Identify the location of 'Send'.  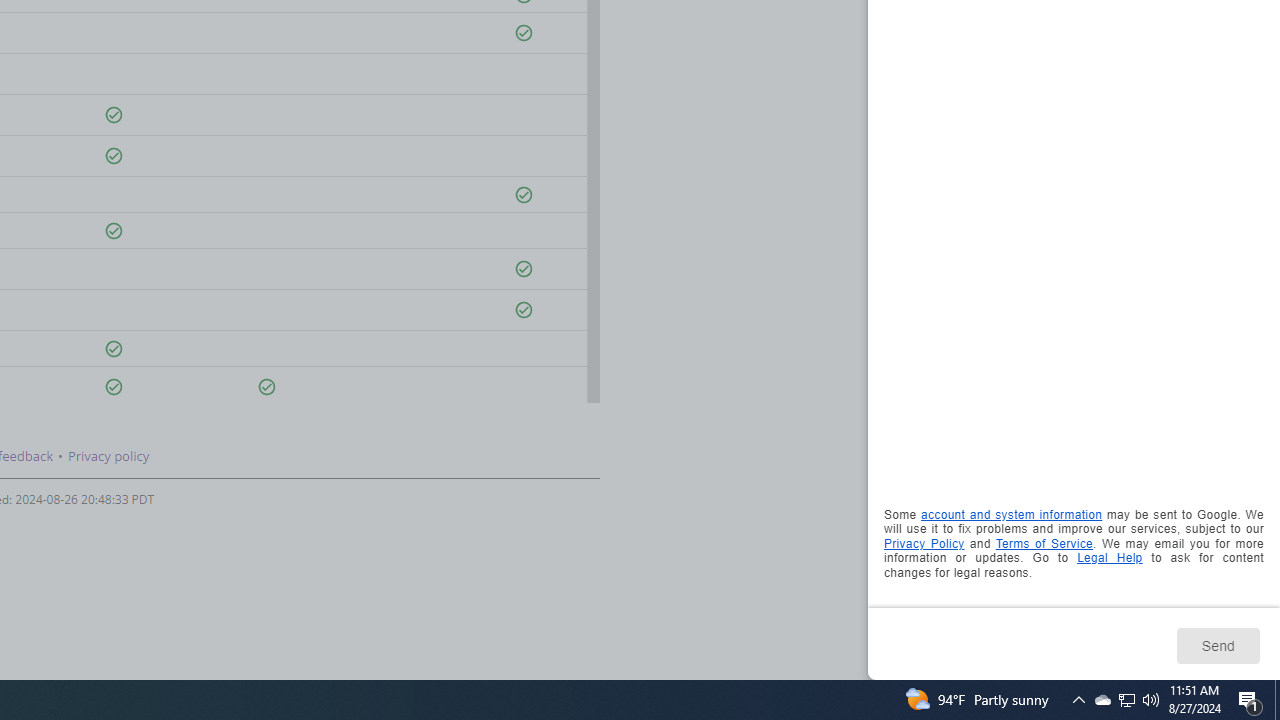
(1216, 645).